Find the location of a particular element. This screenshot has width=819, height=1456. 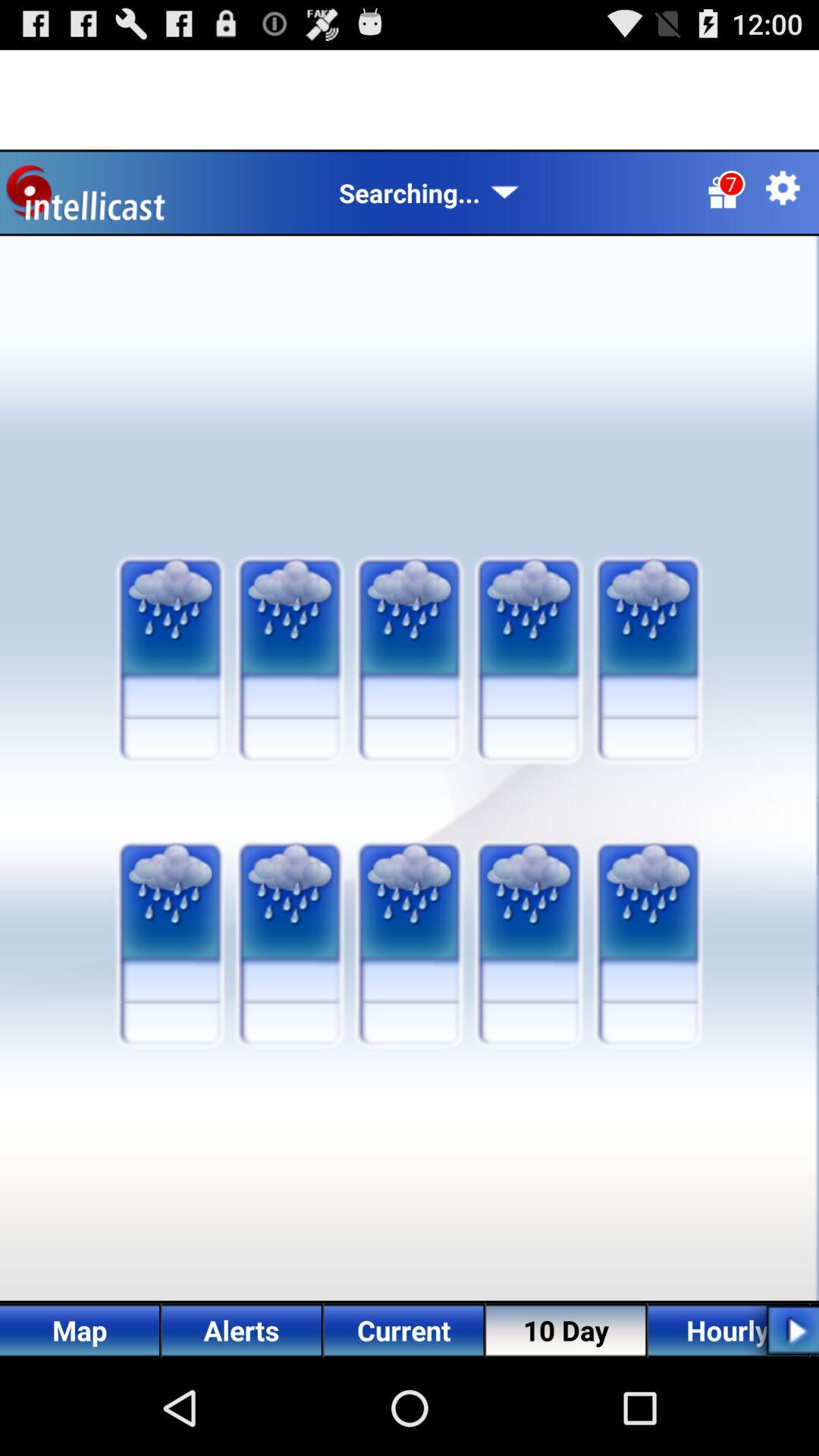

the third image in the second row is located at coordinates (408, 882).